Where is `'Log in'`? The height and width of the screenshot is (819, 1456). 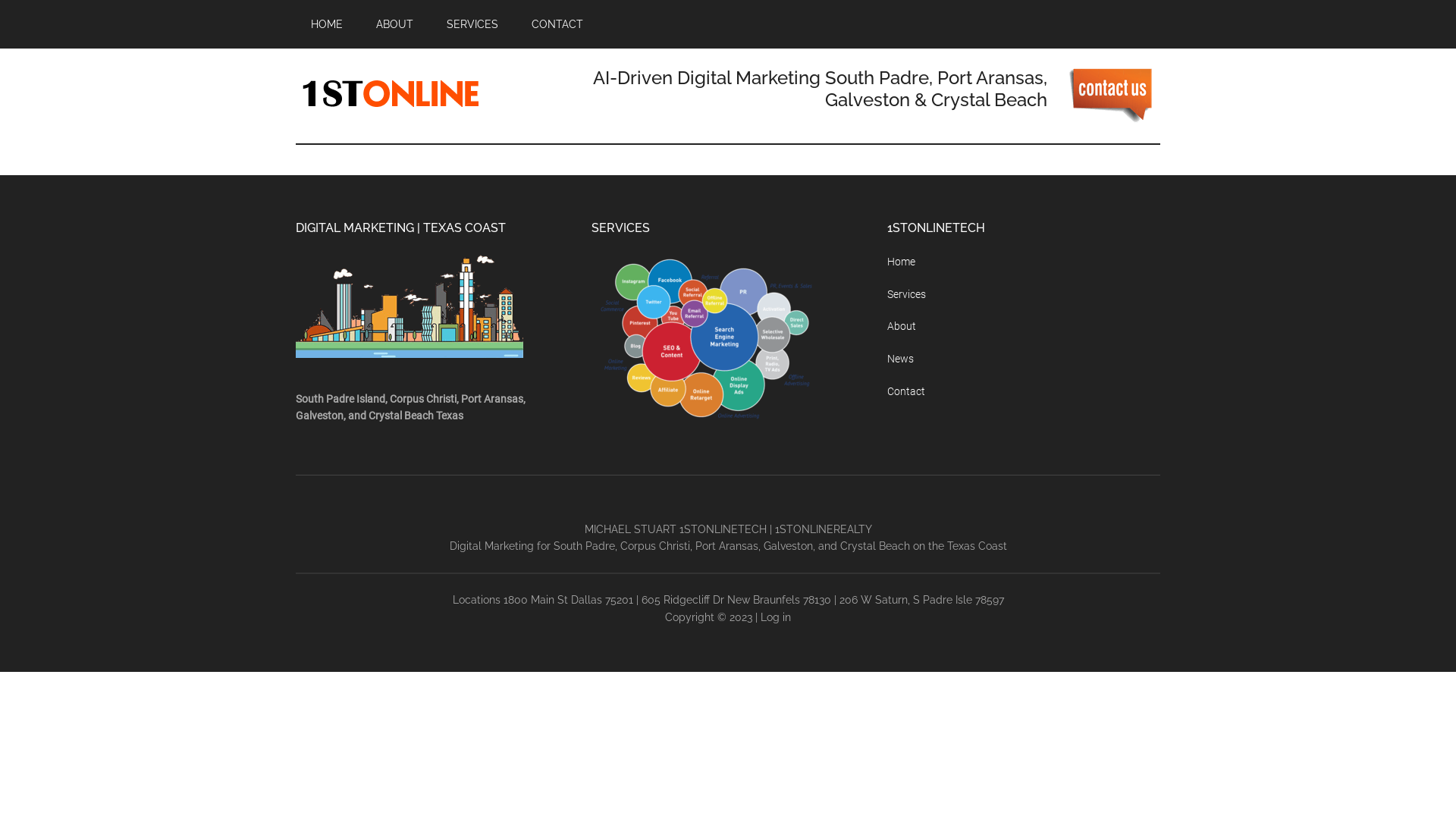
'Log in' is located at coordinates (775, 617).